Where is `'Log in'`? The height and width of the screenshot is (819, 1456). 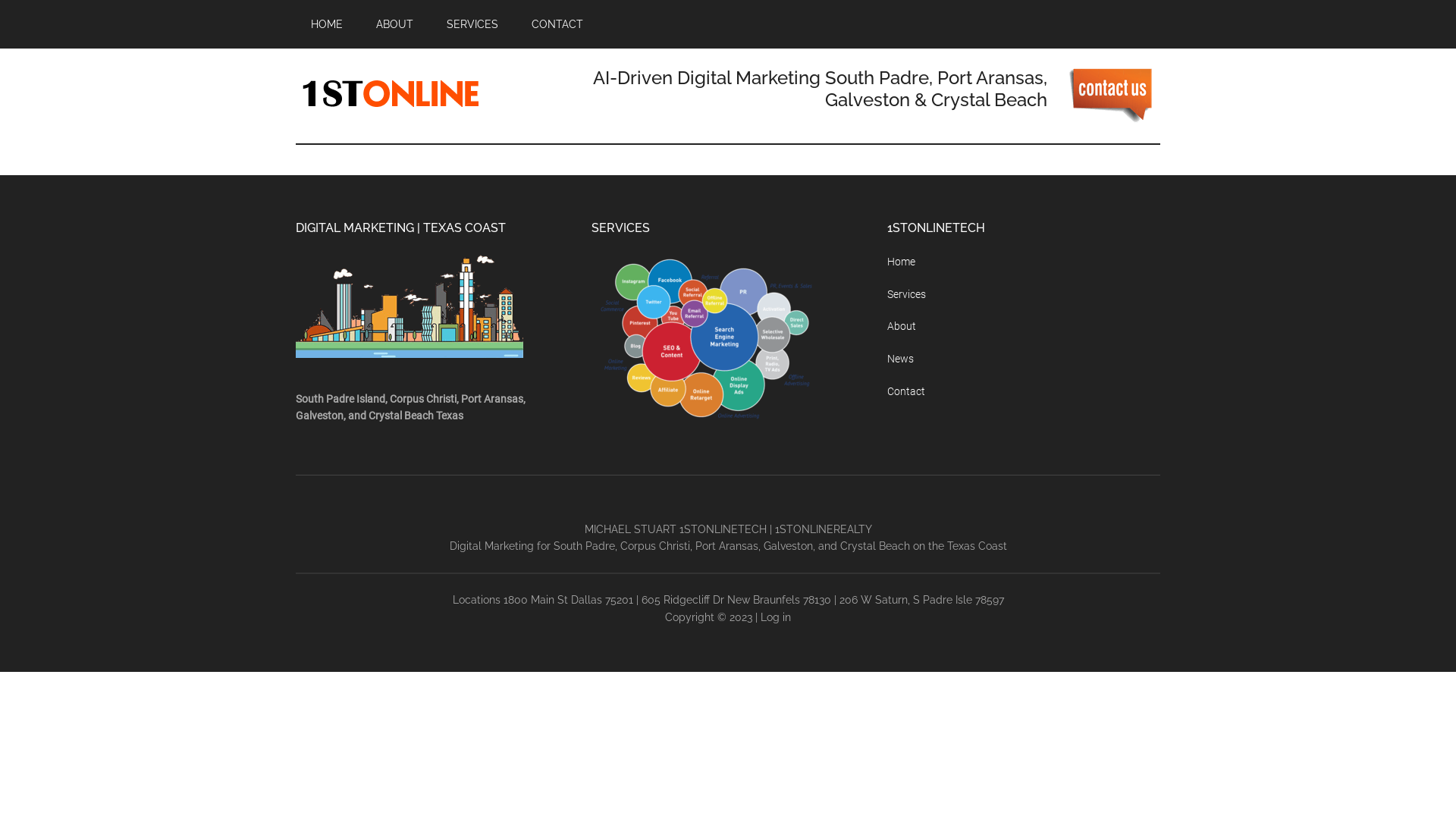
'Log in' is located at coordinates (775, 617).